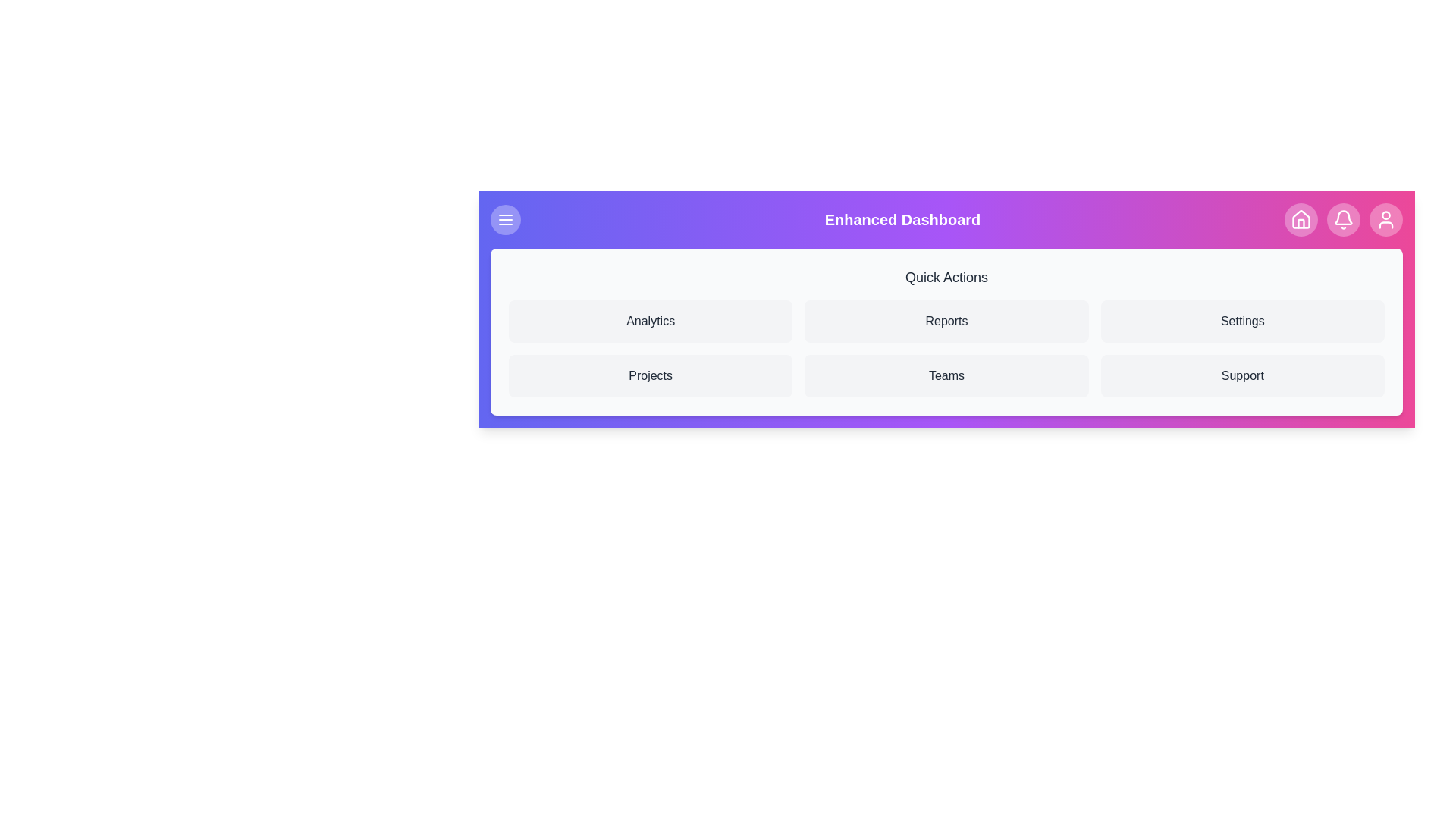 The image size is (1456, 819). Describe the element at coordinates (1242, 375) in the screenshot. I see `the 'Support' option in the Quick Actions section` at that location.